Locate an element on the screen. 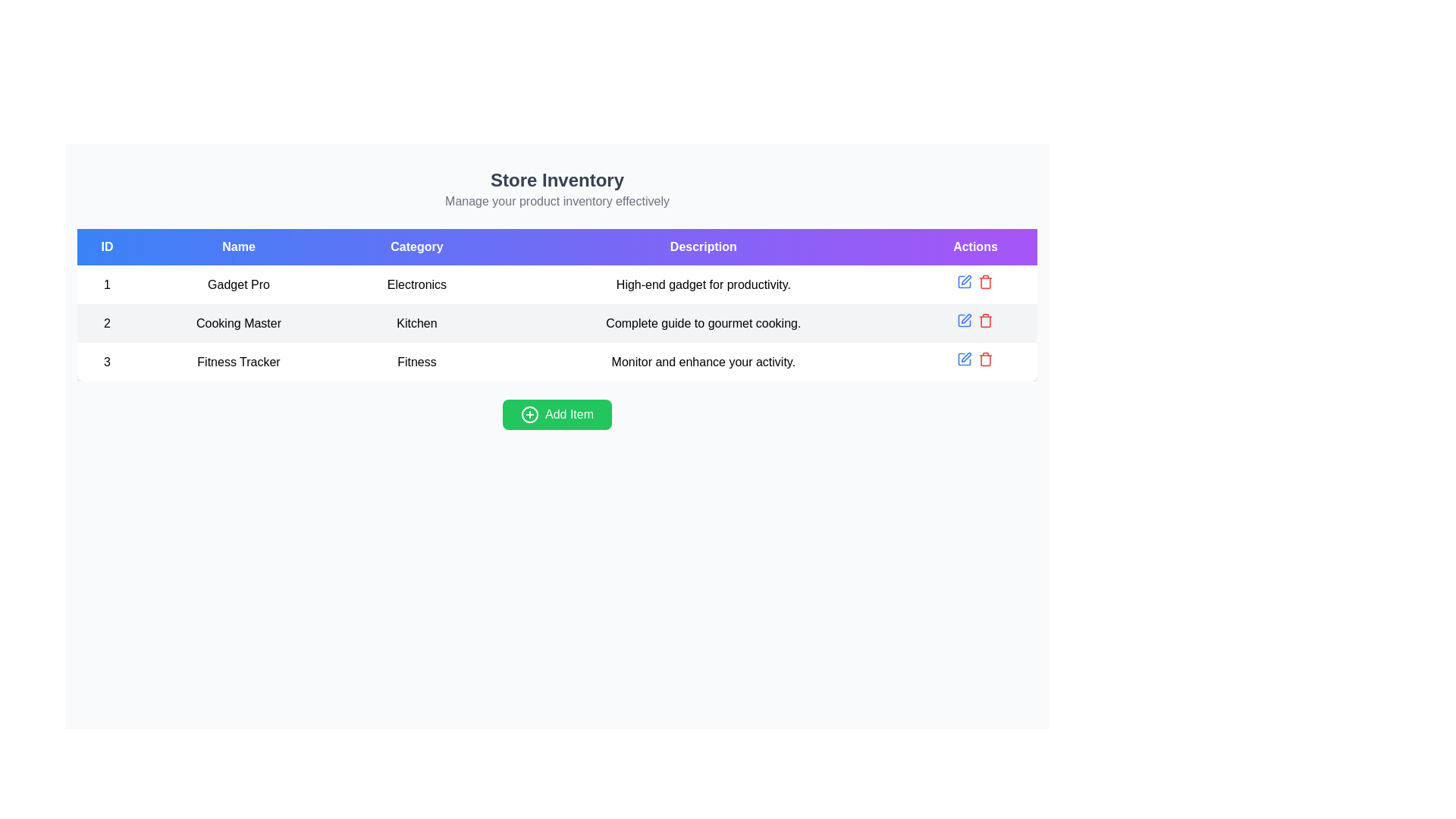 The height and width of the screenshot is (819, 1456). supplementary text located directly beneath the 'Store Inventory' header, which provides context on managing the product inventory is located at coordinates (556, 201).